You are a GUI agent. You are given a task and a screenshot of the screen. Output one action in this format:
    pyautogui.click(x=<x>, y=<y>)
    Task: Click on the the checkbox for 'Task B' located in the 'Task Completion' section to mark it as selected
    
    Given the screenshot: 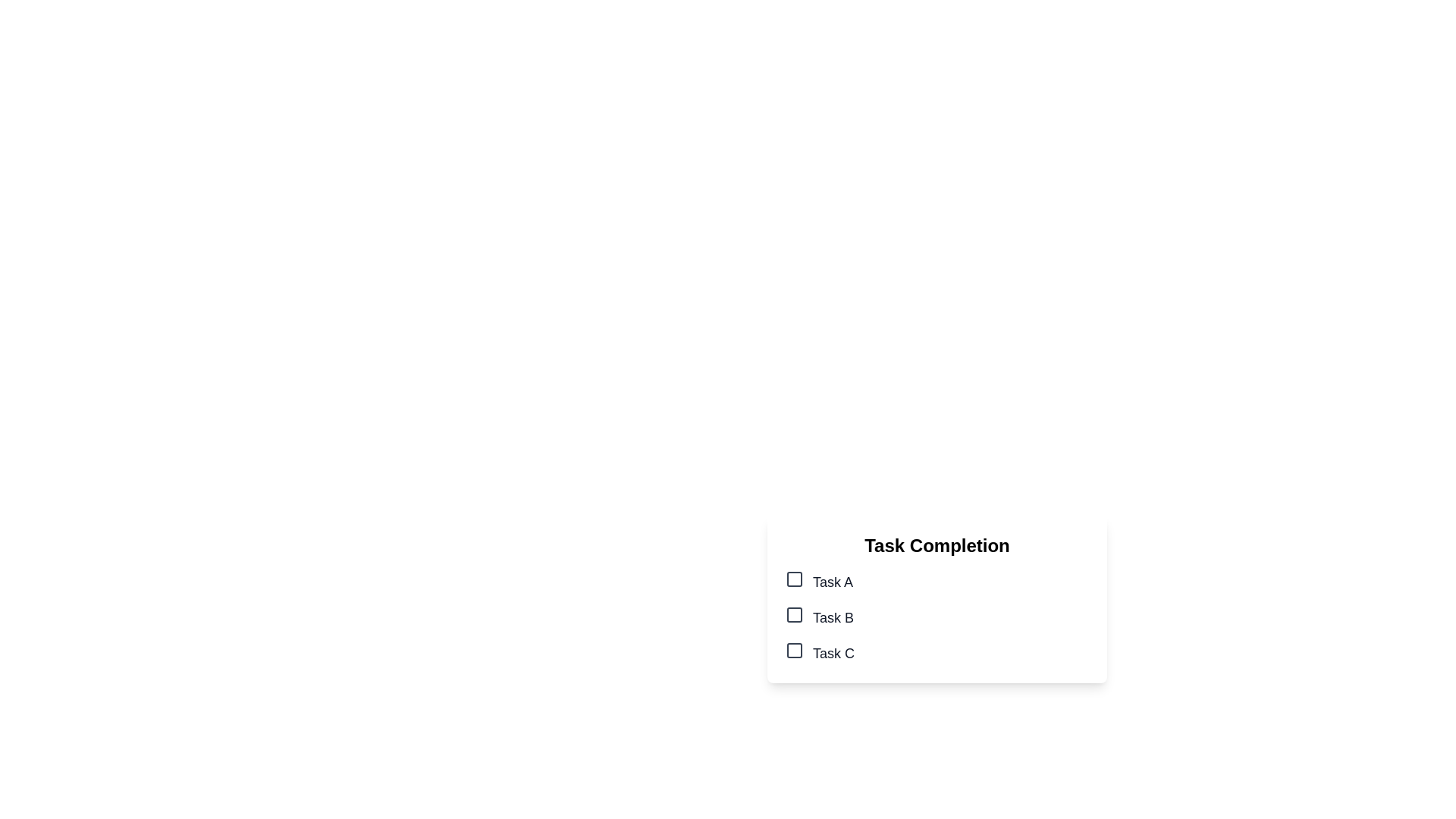 What is the action you would take?
    pyautogui.click(x=793, y=614)
    